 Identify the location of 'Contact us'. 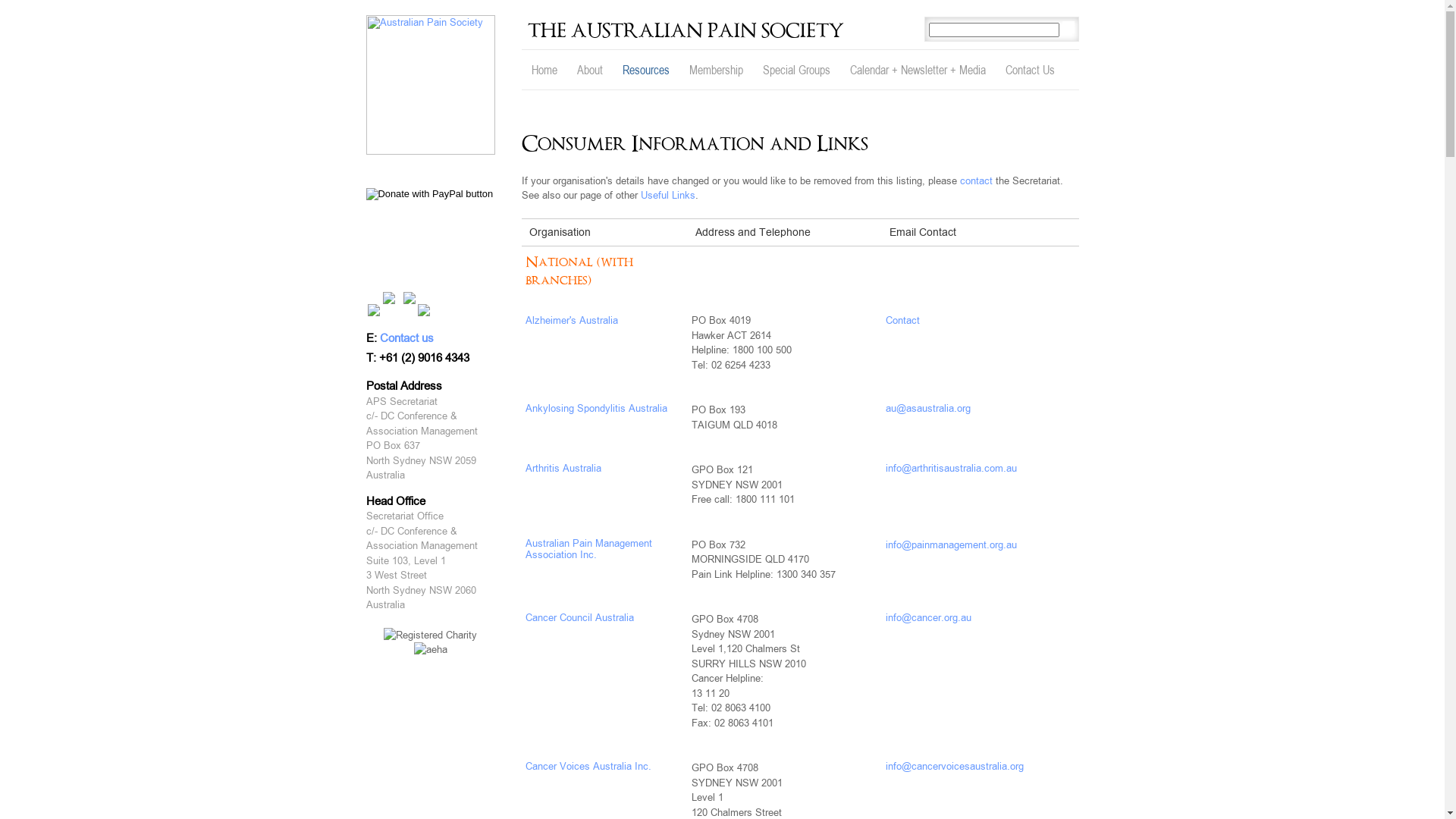
(406, 337).